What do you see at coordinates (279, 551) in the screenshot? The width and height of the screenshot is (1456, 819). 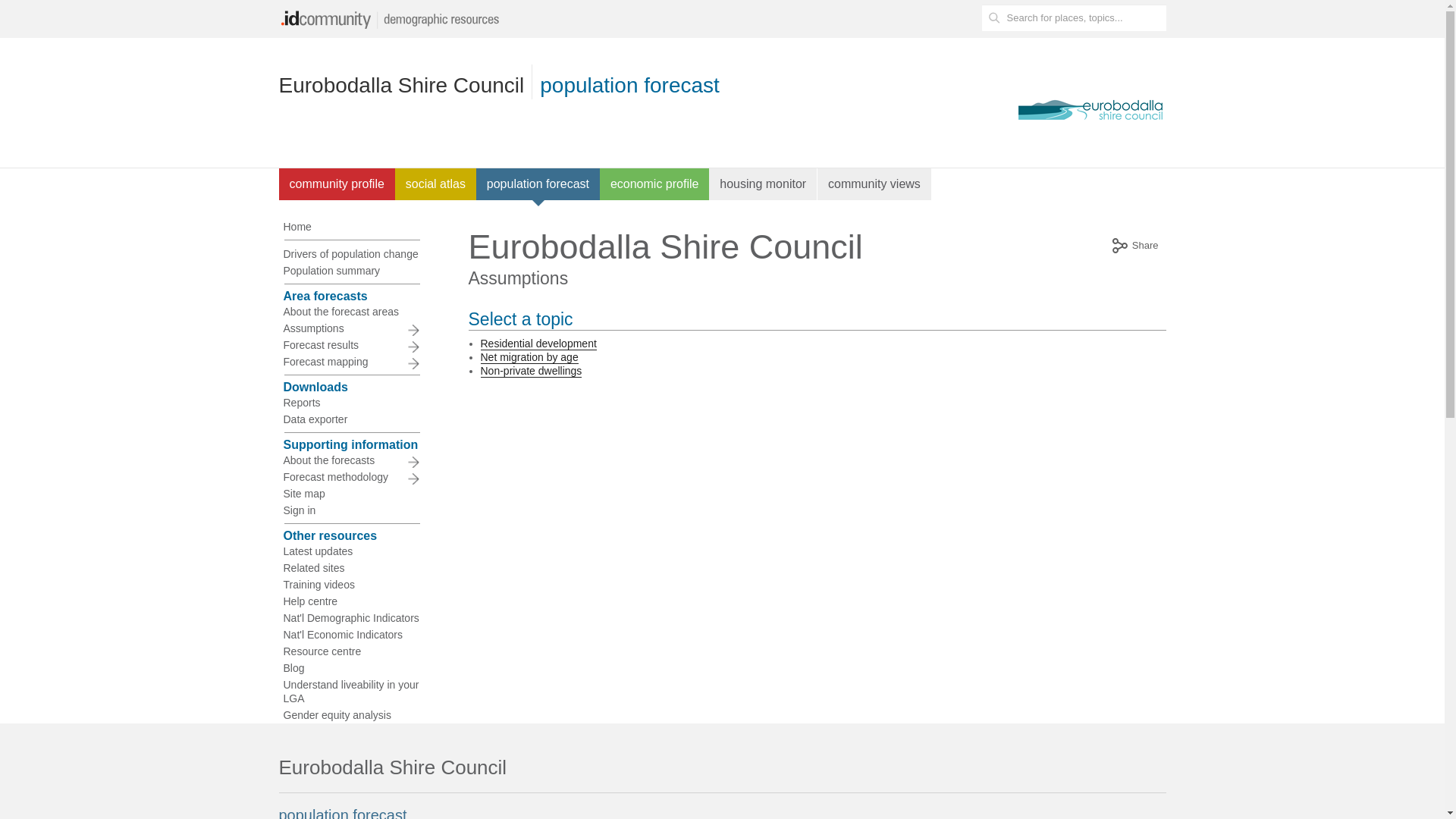 I see `'Latest updates'` at bounding box center [279, 551].